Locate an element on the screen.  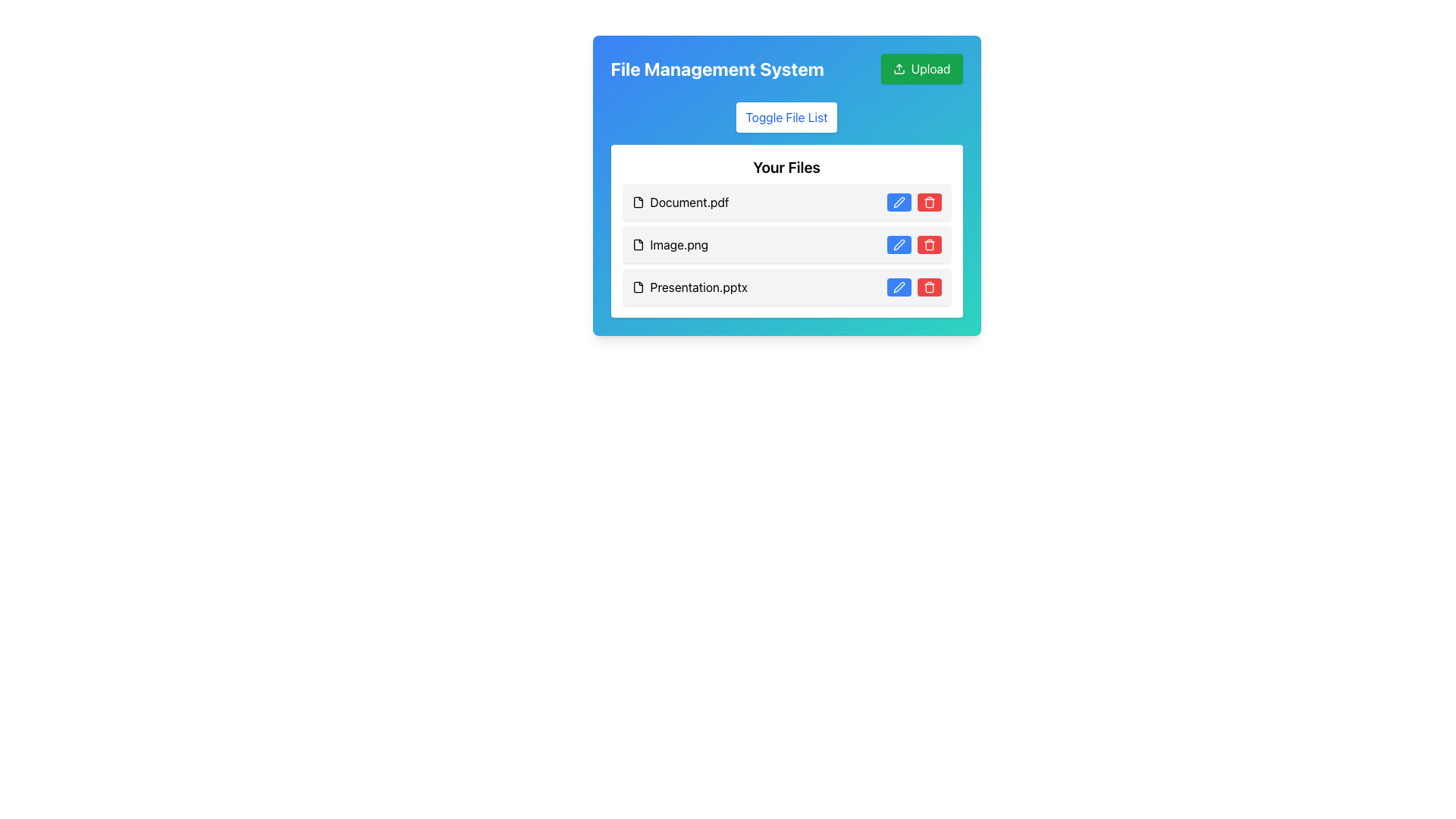
the presentation file icon located to the left of the 'Presentation.pptx' label in the third row of the 'Your Files' list is located at coordinates (638, 287).